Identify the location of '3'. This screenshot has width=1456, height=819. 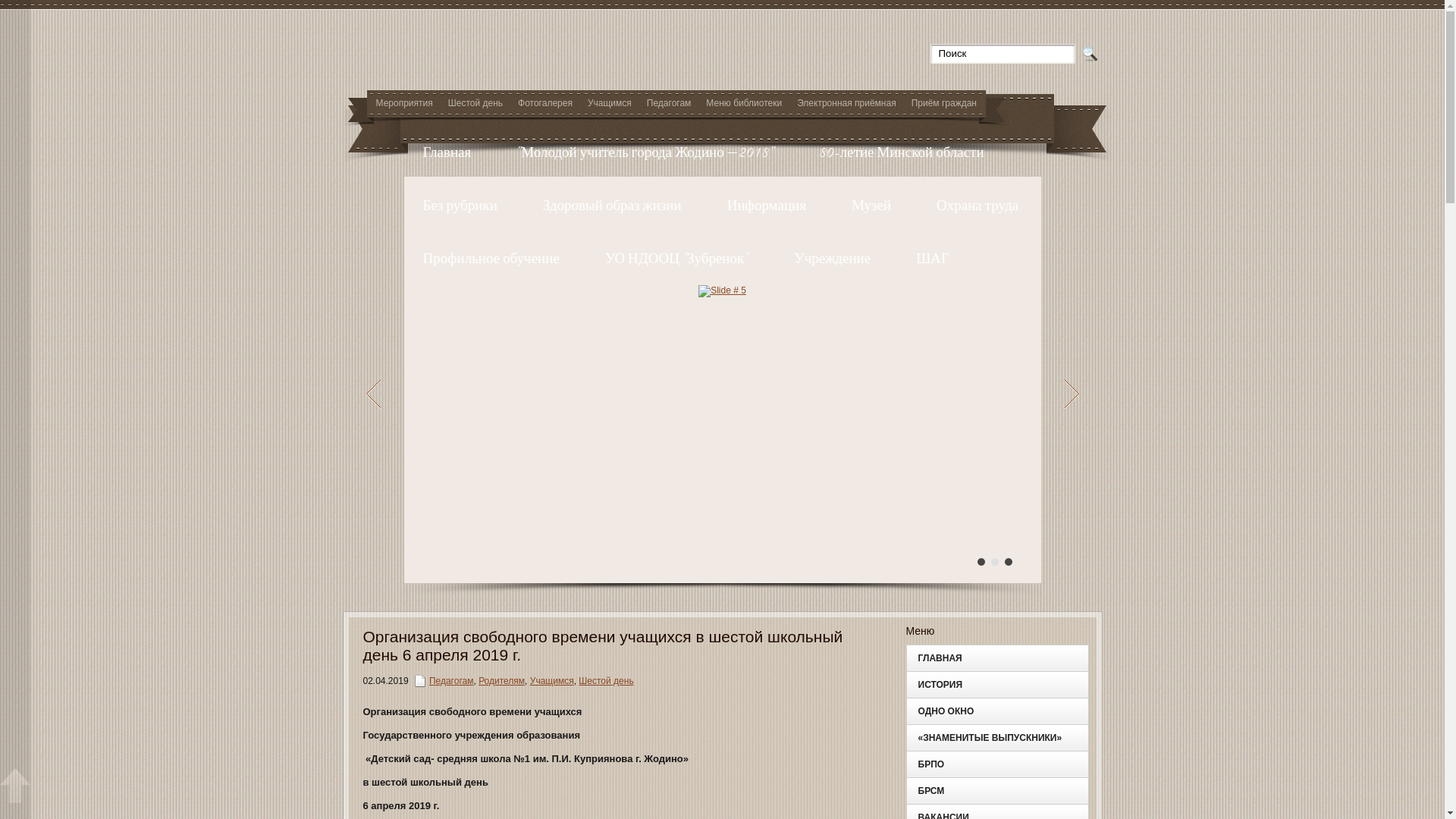
(1008, 561).